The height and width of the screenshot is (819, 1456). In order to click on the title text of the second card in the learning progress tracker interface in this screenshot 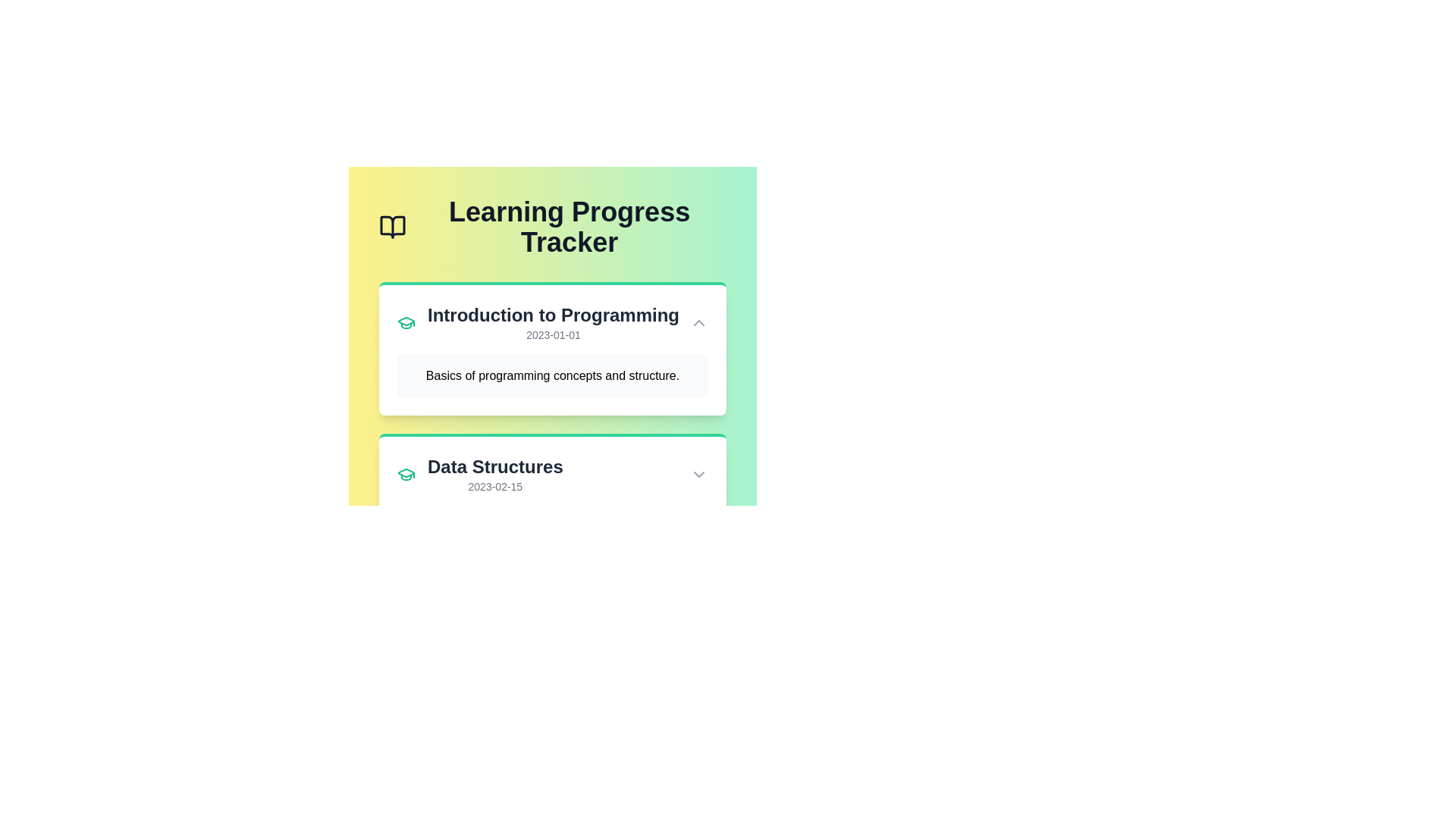, I will do `click(495, 466)`.